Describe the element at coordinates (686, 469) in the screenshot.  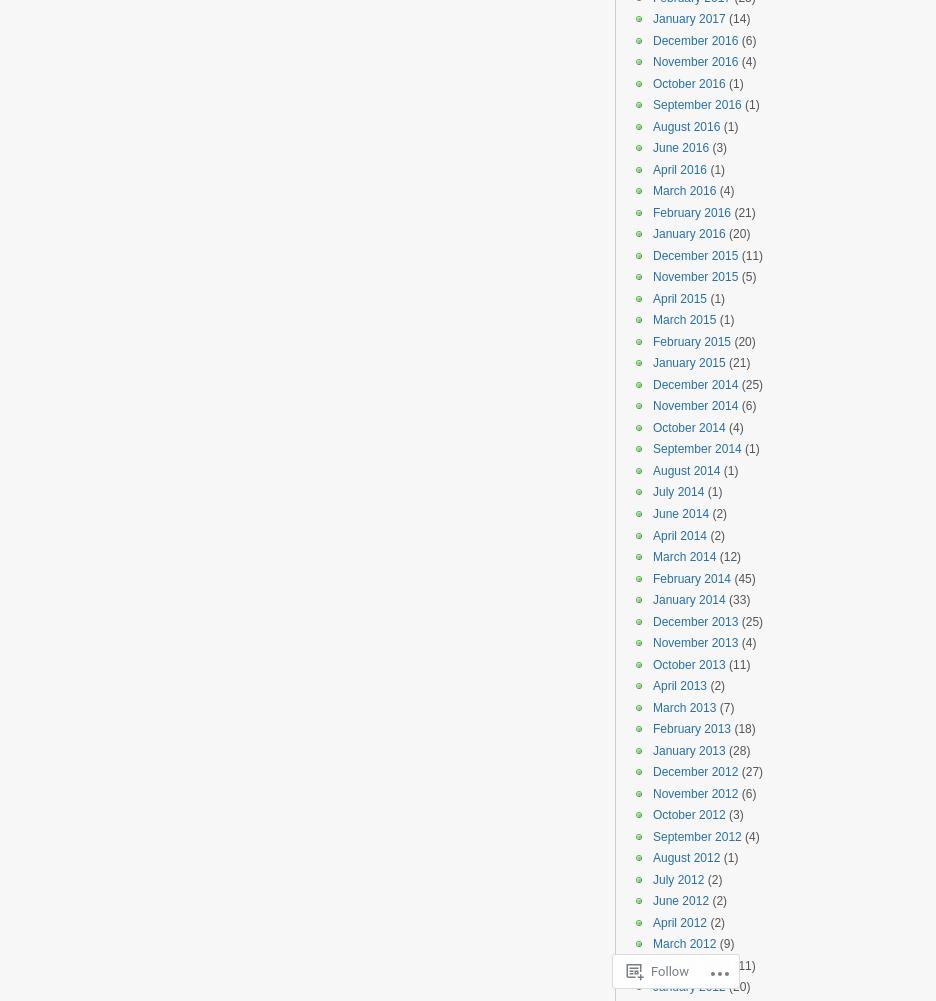
I see `'August 2014'` at that location.